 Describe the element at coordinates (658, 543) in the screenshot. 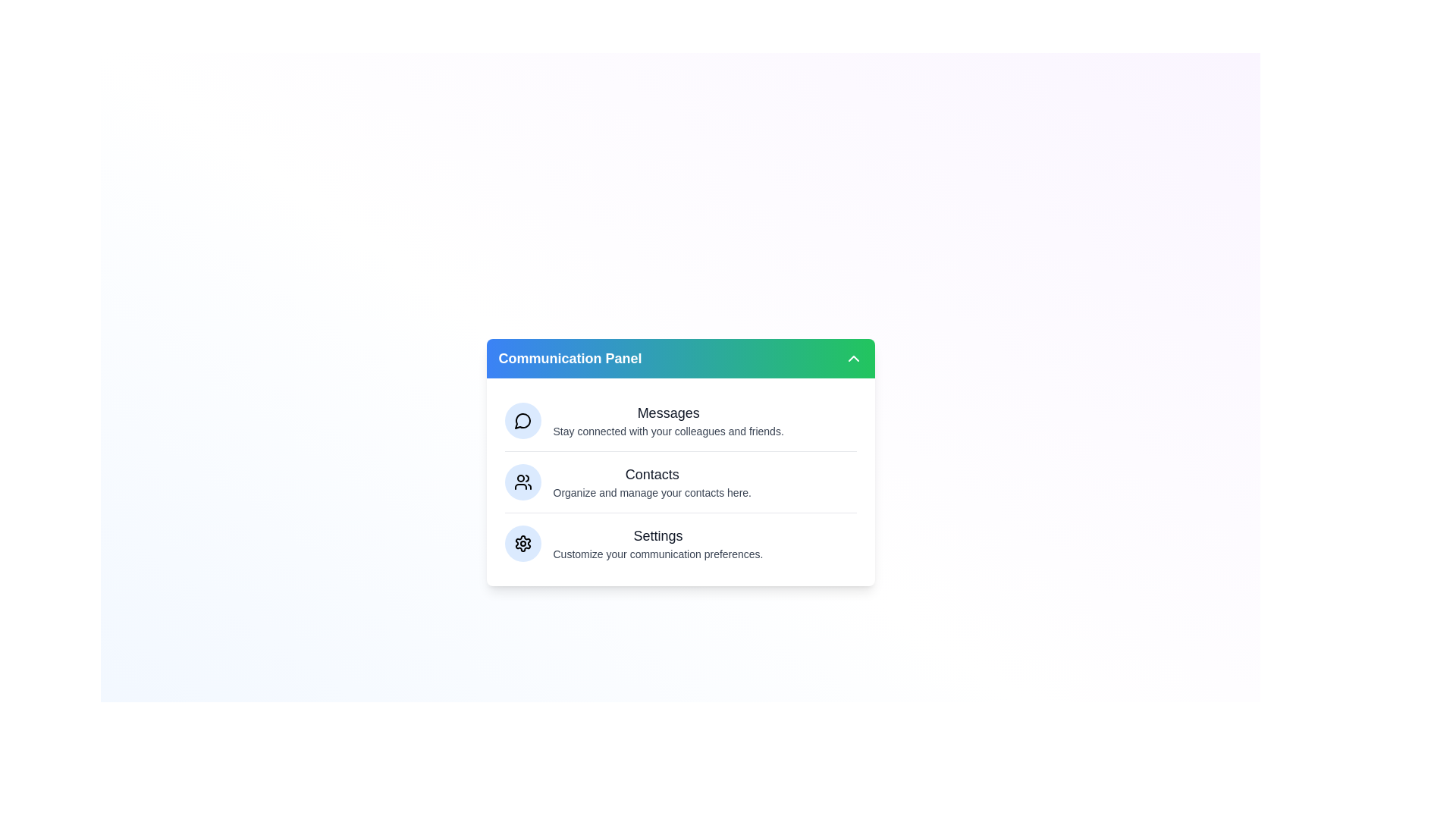

I see `the 'Settings' section to activate it` at that location.